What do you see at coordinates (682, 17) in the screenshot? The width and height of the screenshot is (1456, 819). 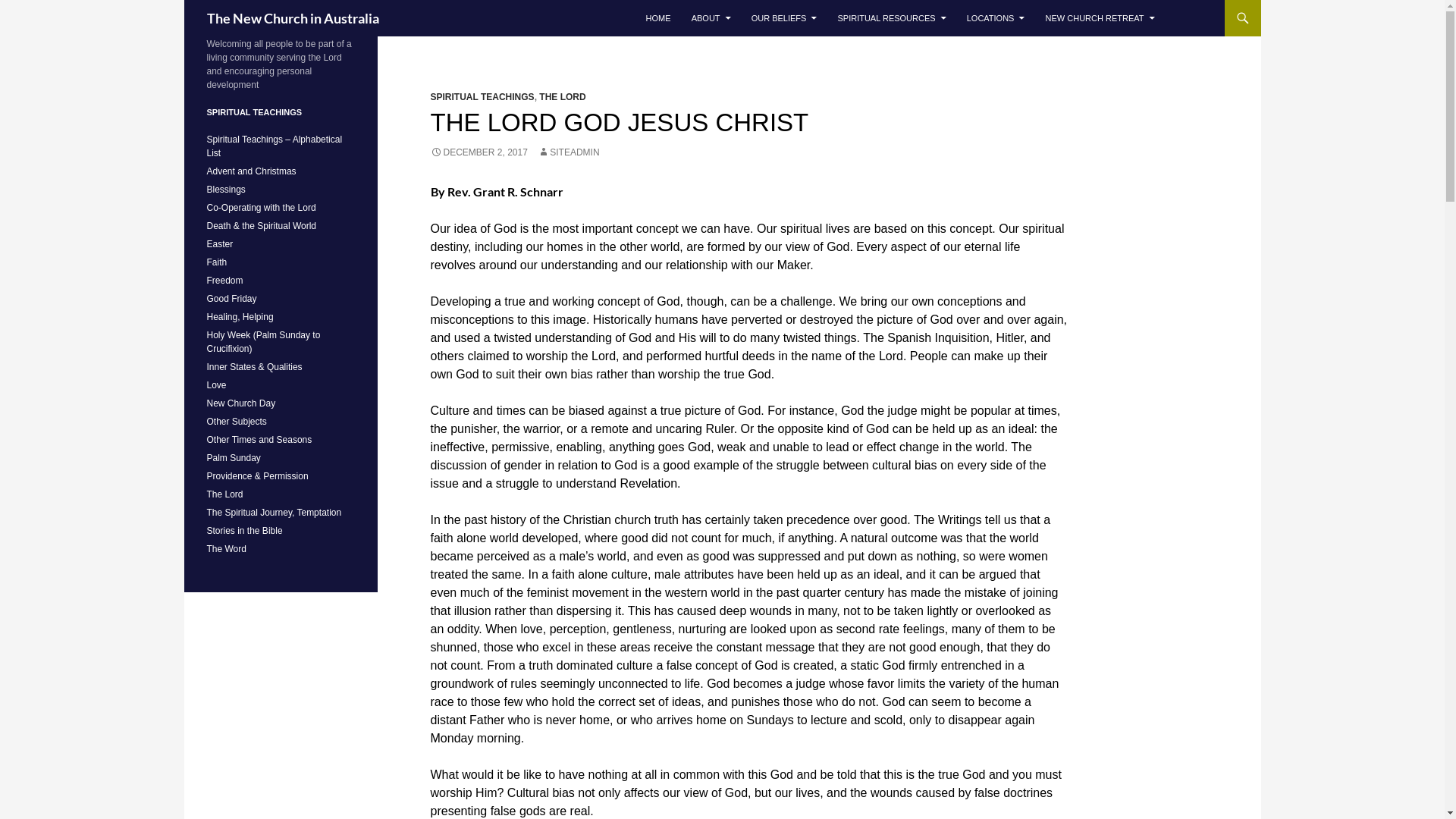 I see `'ABOUT'` at bounding box center [682, 17].